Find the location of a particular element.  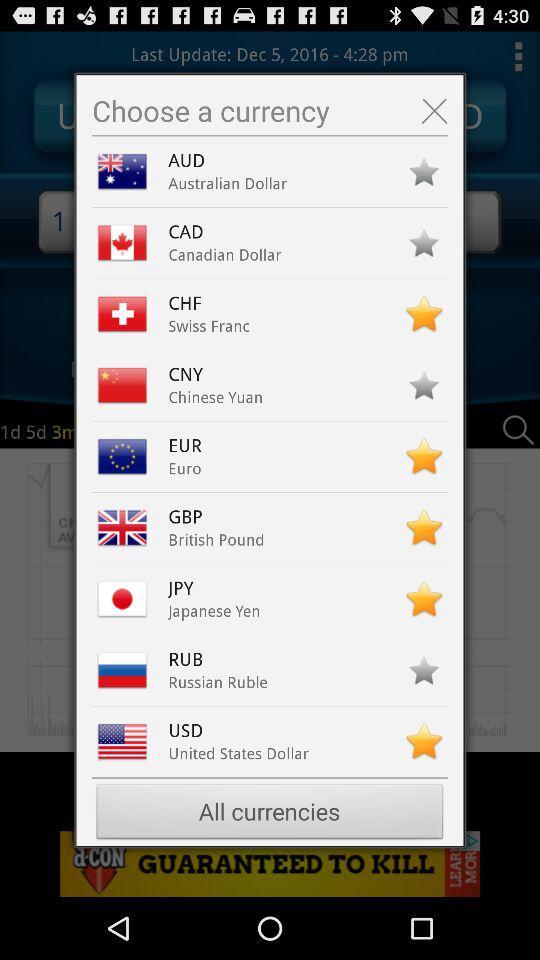

the app below british pound icon is located at coordinates (190, 588).